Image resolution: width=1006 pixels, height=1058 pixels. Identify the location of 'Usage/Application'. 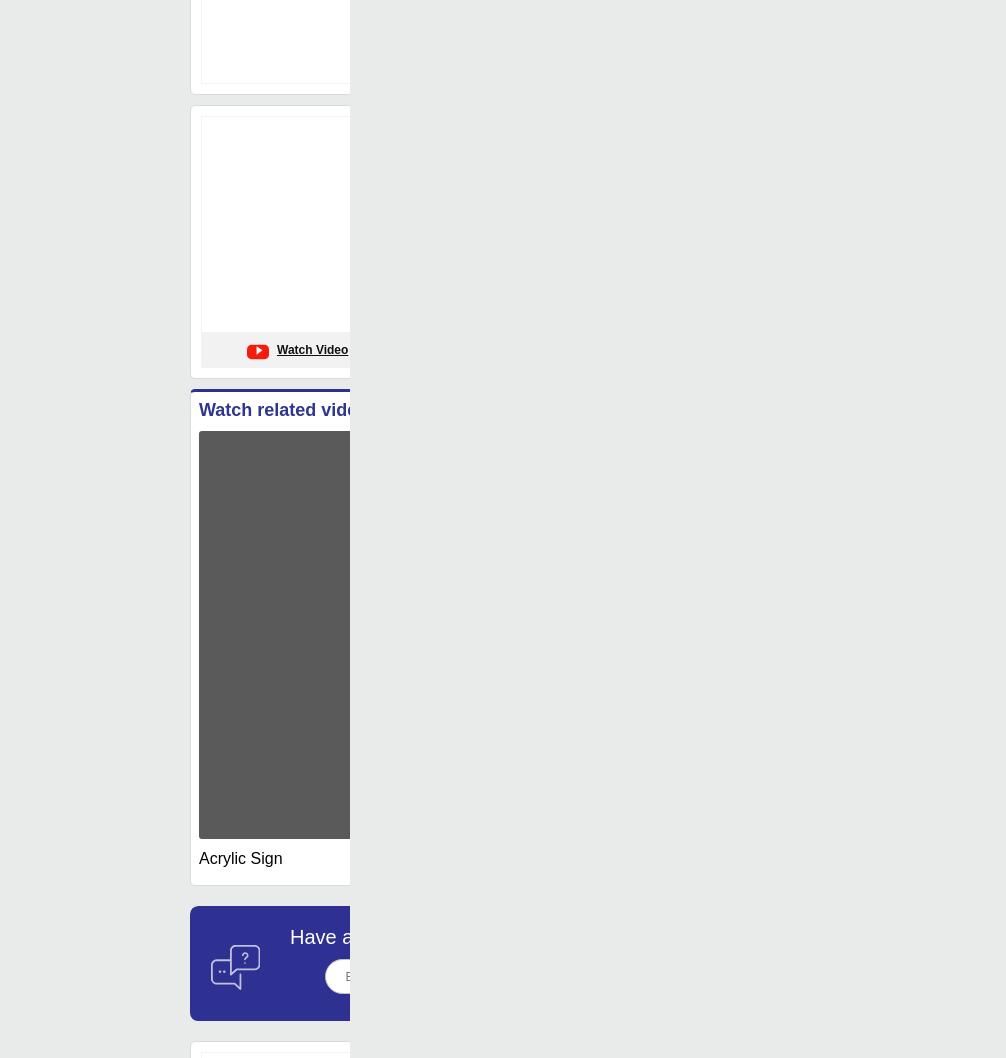
(528, 305).